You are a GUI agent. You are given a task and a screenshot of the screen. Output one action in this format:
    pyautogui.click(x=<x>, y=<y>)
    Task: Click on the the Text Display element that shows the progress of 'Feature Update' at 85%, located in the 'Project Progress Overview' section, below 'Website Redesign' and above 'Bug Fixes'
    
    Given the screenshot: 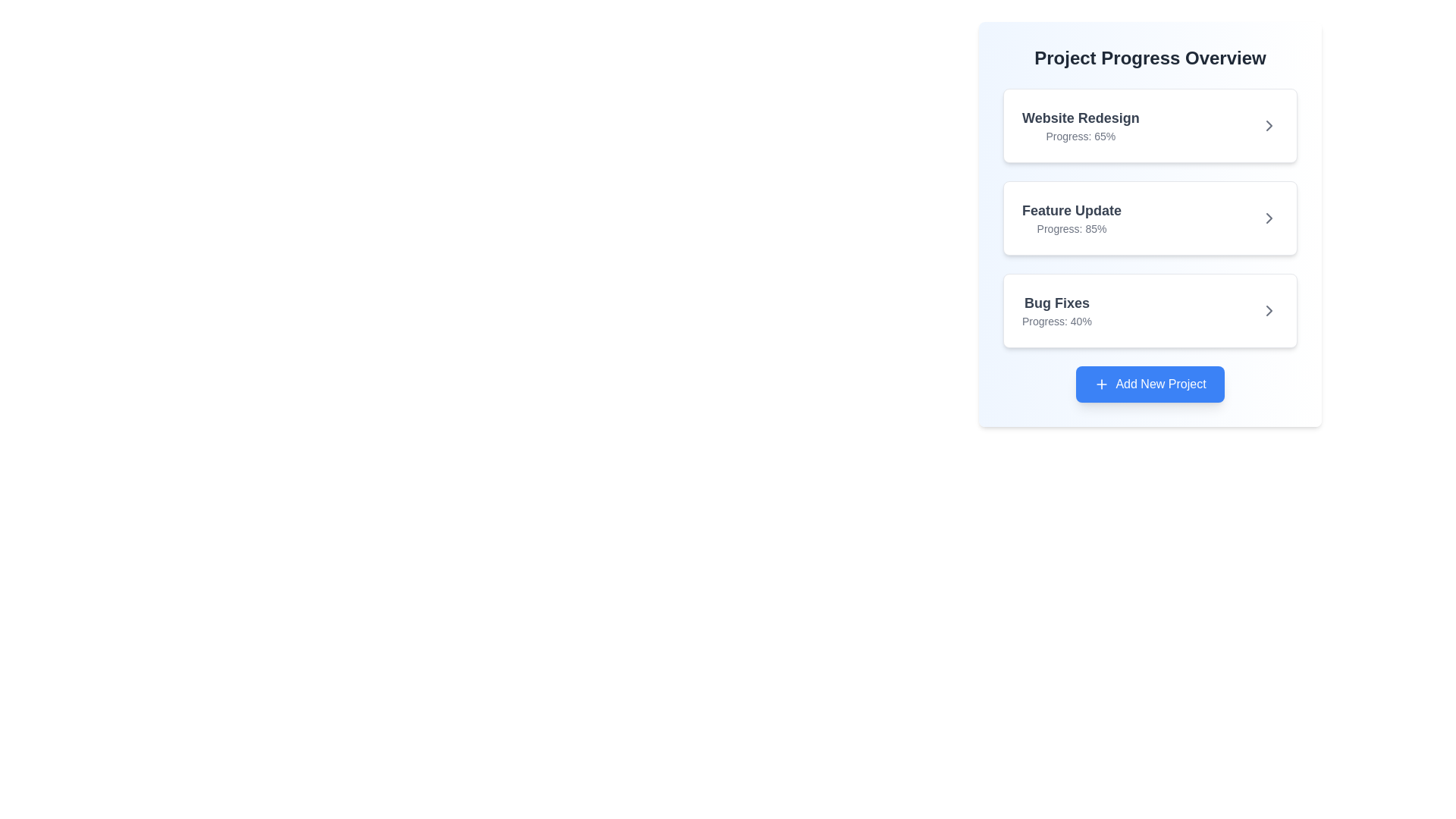 What is the action you would take?
    pyautogui.click(x=1071, y=218)
    